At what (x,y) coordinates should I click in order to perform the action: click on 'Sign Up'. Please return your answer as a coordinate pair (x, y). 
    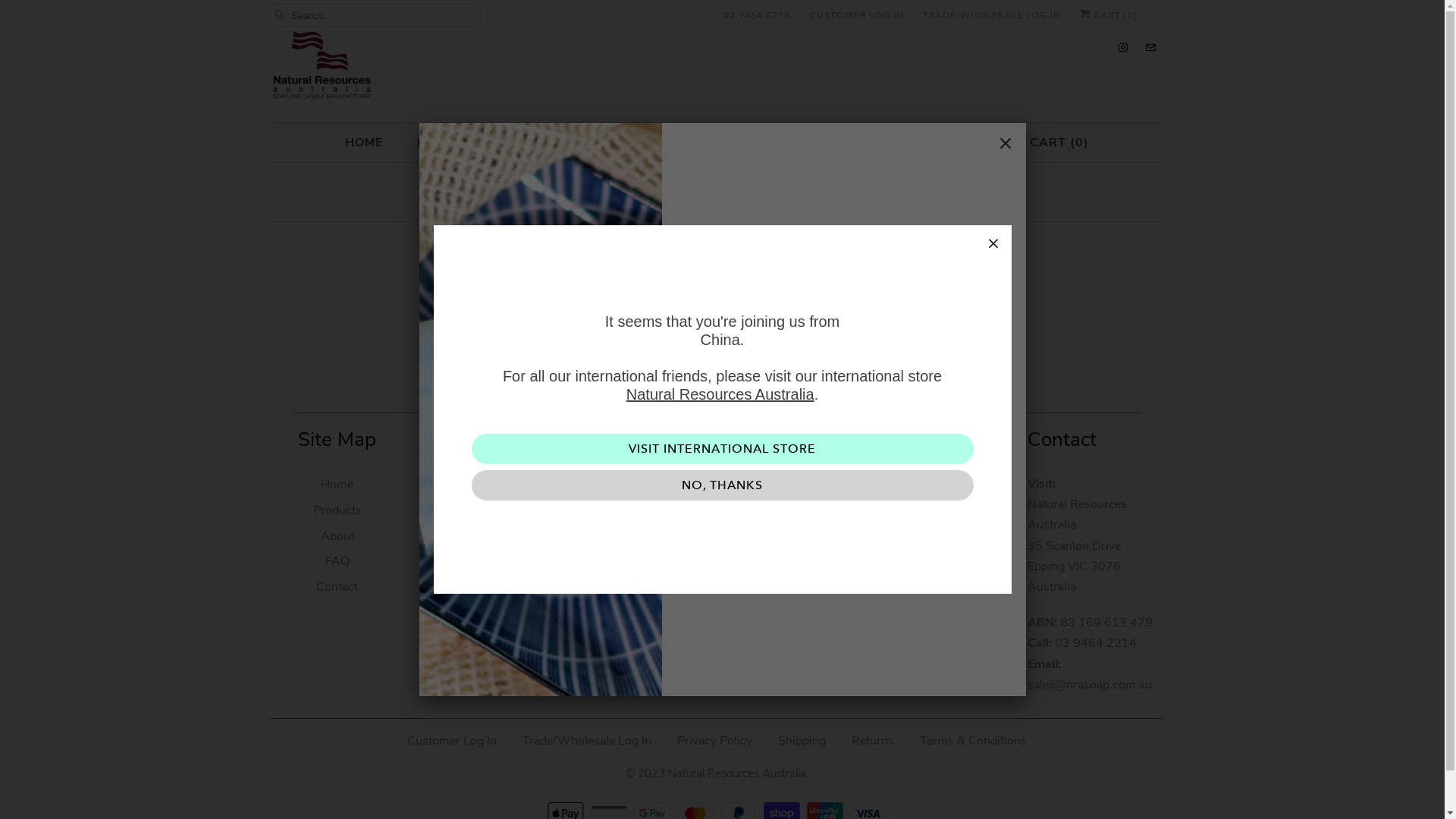
    Looking at the image, I should click on (843, 569).